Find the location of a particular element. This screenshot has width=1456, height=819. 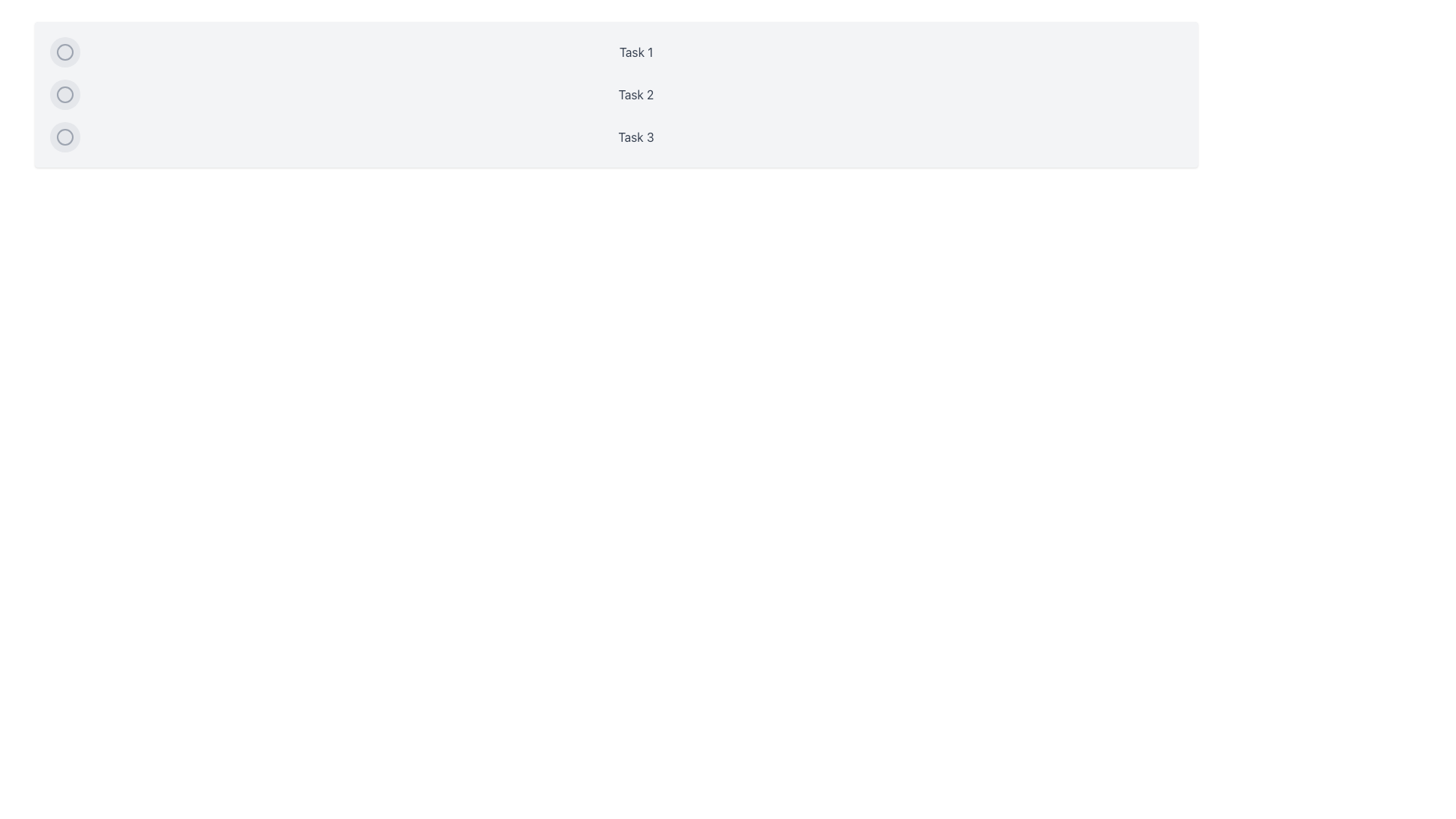

the second radio button in the list, which is a circular icon with a gray border and transparent center is located at coordinates (64, 94).